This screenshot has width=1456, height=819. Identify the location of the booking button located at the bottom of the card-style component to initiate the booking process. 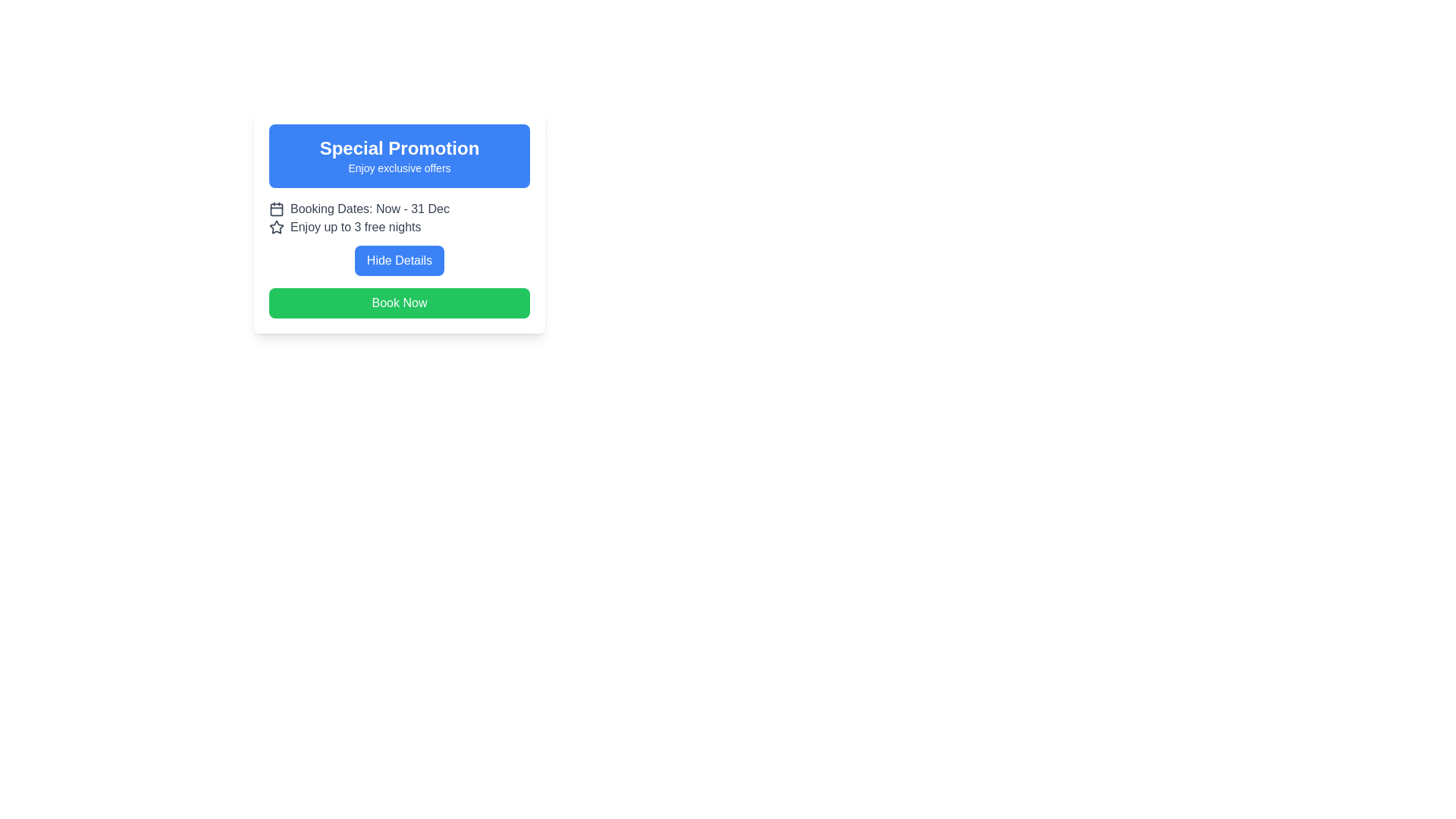
(400, 303).